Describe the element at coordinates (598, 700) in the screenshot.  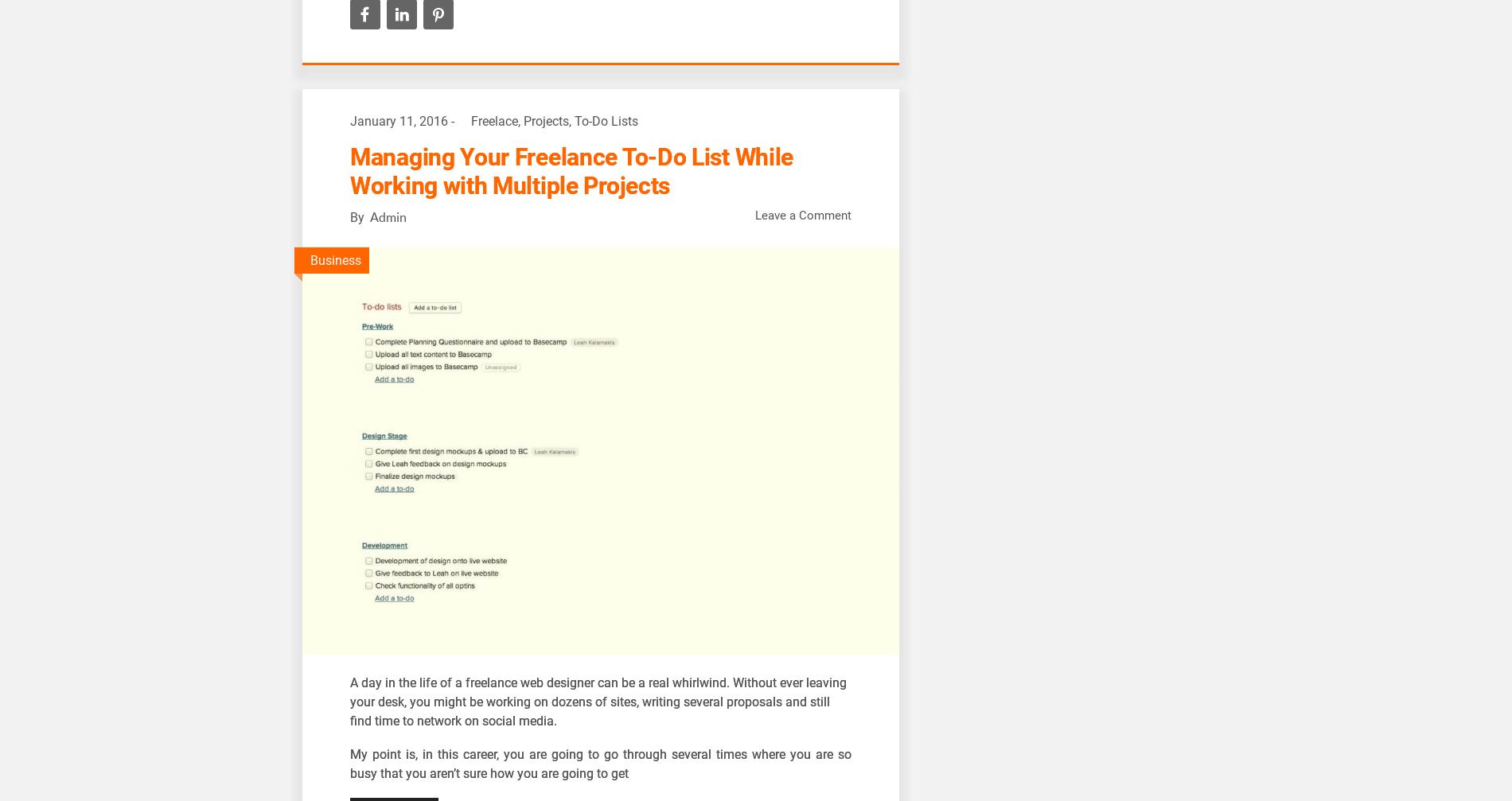
I see `'day in the life of a freelance web designer can be a real whirlwind. Without ever leaving your desk, you might be working on dozens of sites, writing several proposals and still find time to network on social media.'` at that location.